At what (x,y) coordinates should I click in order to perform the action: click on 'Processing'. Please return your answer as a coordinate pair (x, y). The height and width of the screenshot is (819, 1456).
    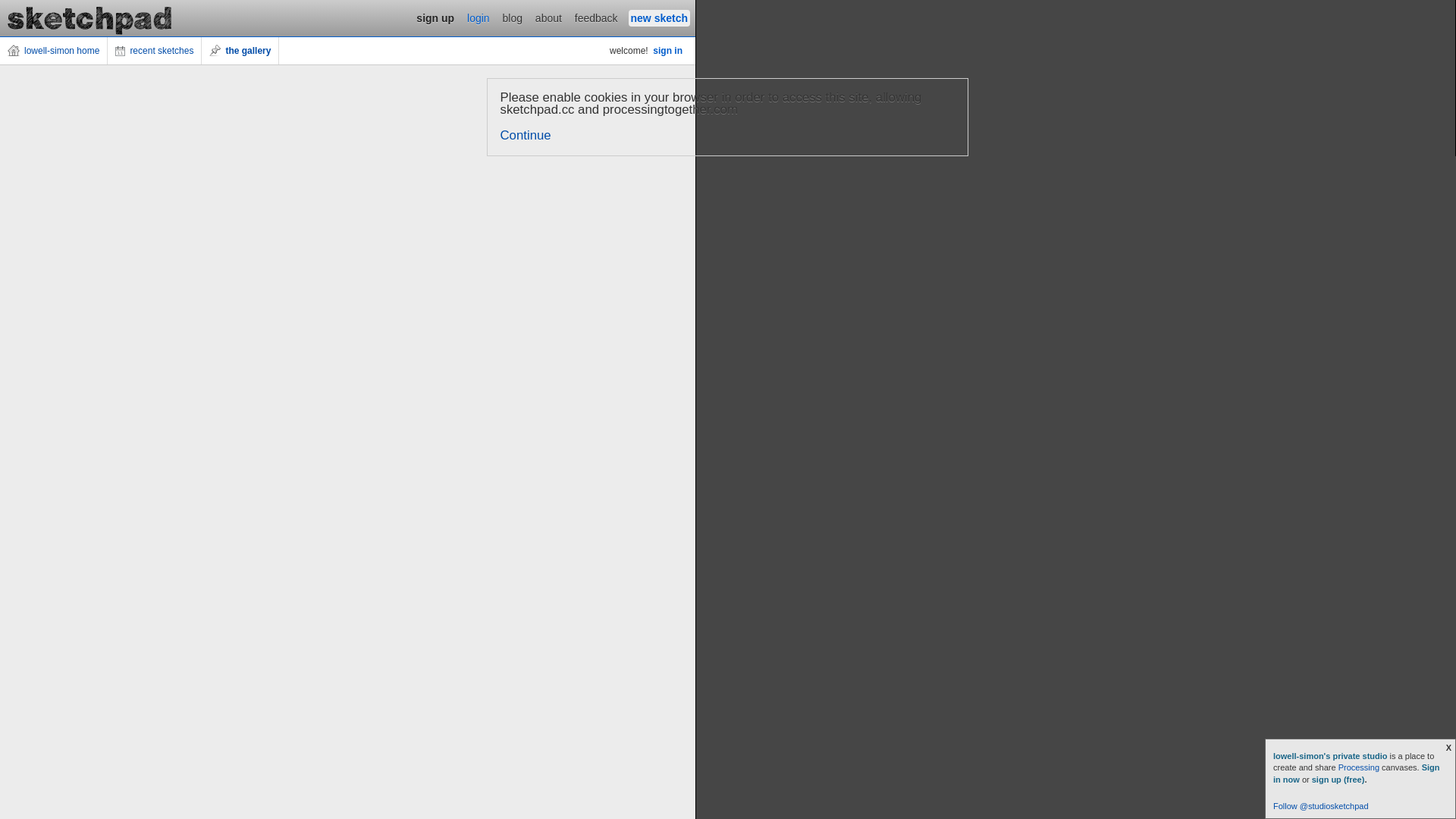
    Looking at the image, I should click on (1358, 767).